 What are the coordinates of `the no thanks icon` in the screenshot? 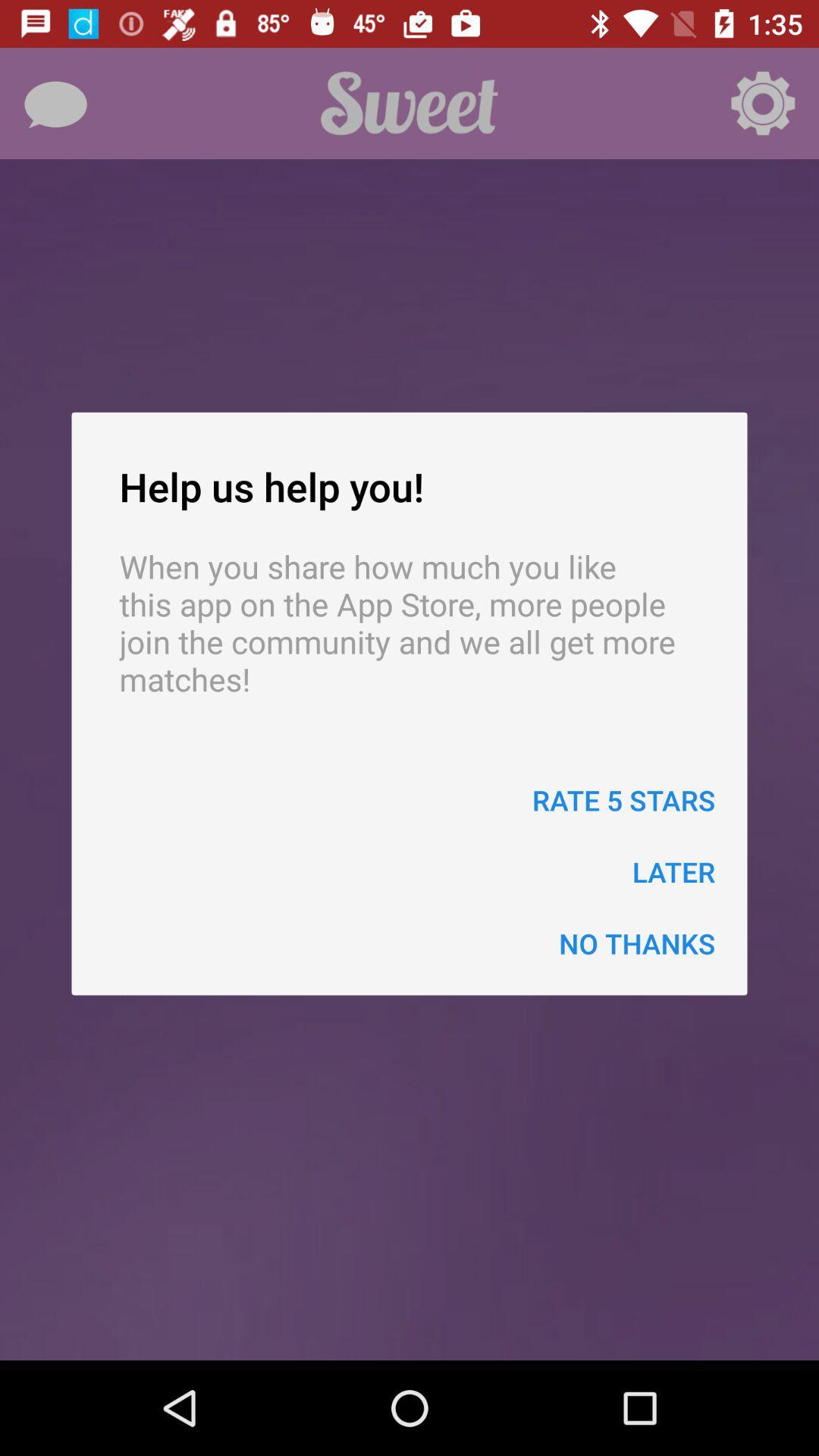 It's located at (637, 943).